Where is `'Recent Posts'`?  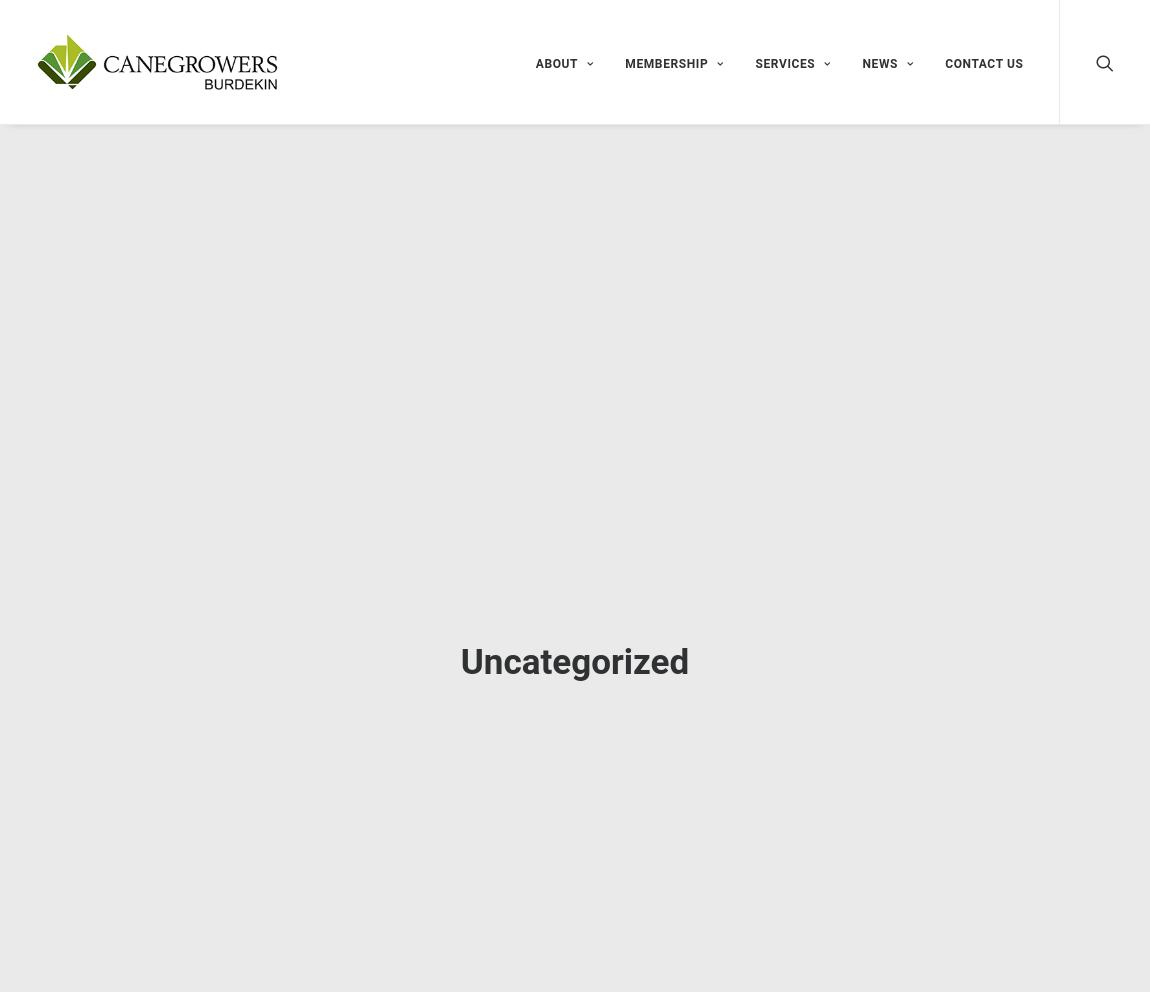 'Recent Posts' is located at coordinates (835, 444).